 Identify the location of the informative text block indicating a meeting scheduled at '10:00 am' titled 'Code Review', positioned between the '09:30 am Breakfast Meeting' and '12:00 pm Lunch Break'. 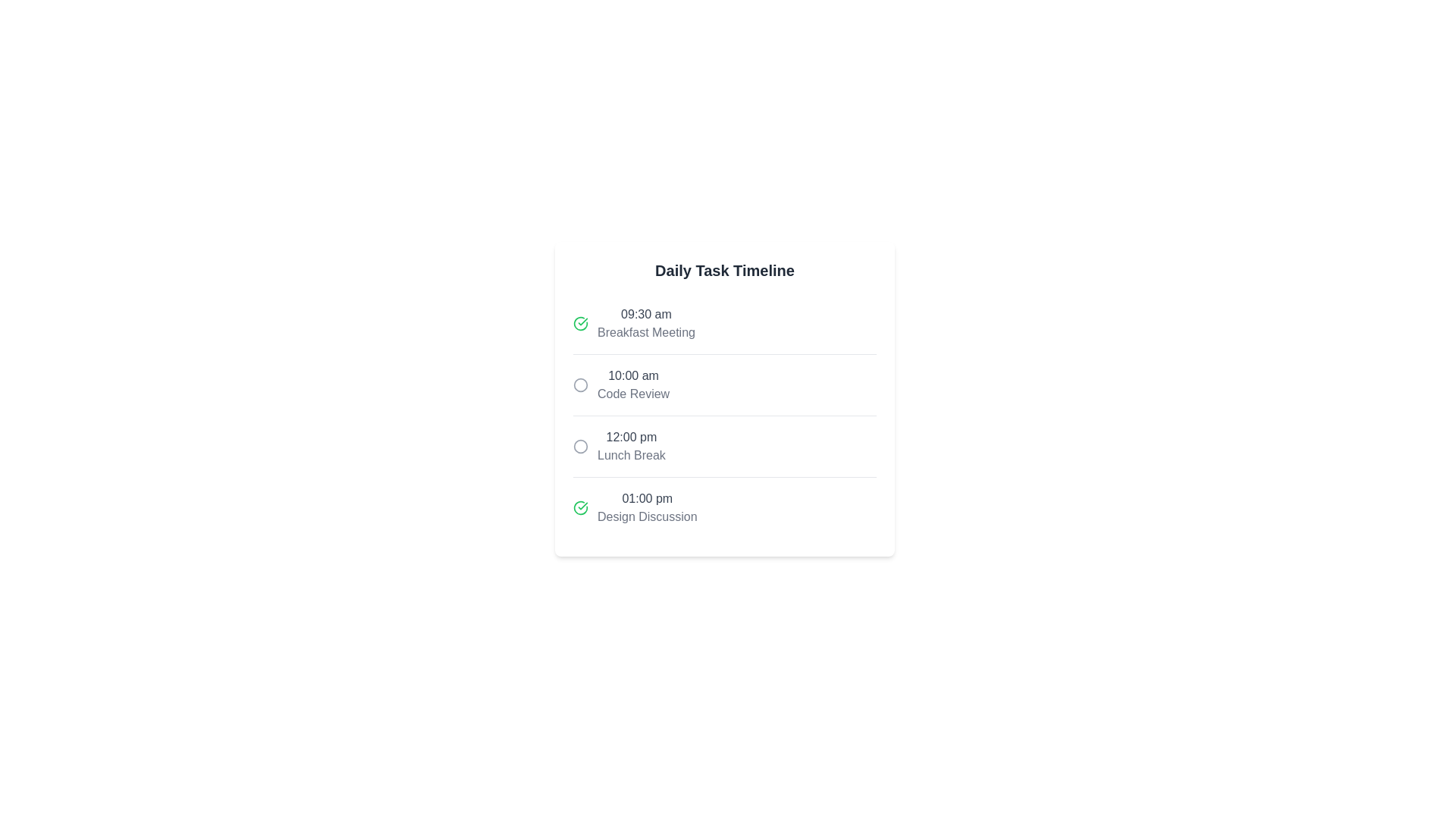
(633, 384).